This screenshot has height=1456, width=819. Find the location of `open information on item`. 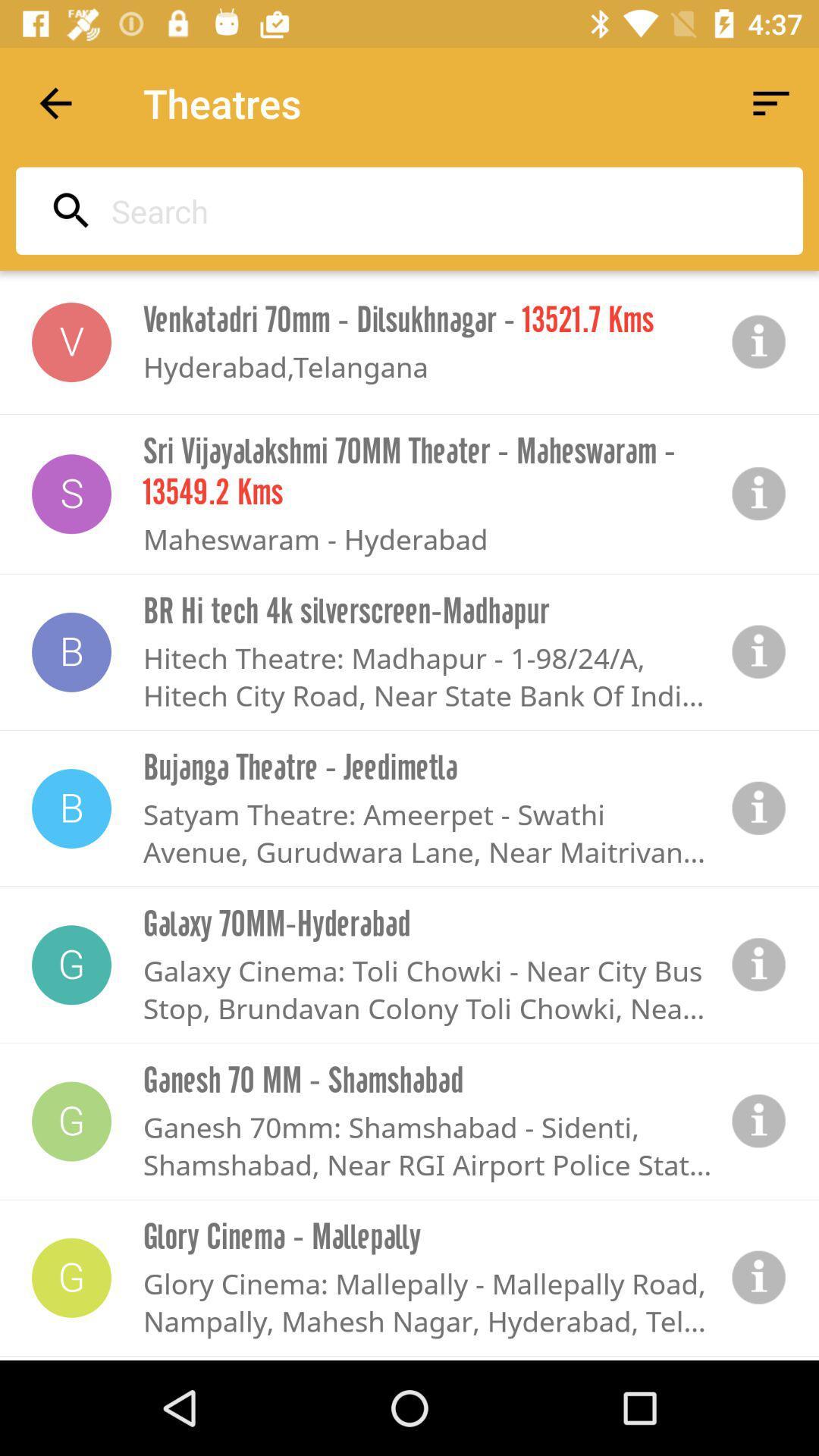

open information on item is located at coordinates (759, 652).